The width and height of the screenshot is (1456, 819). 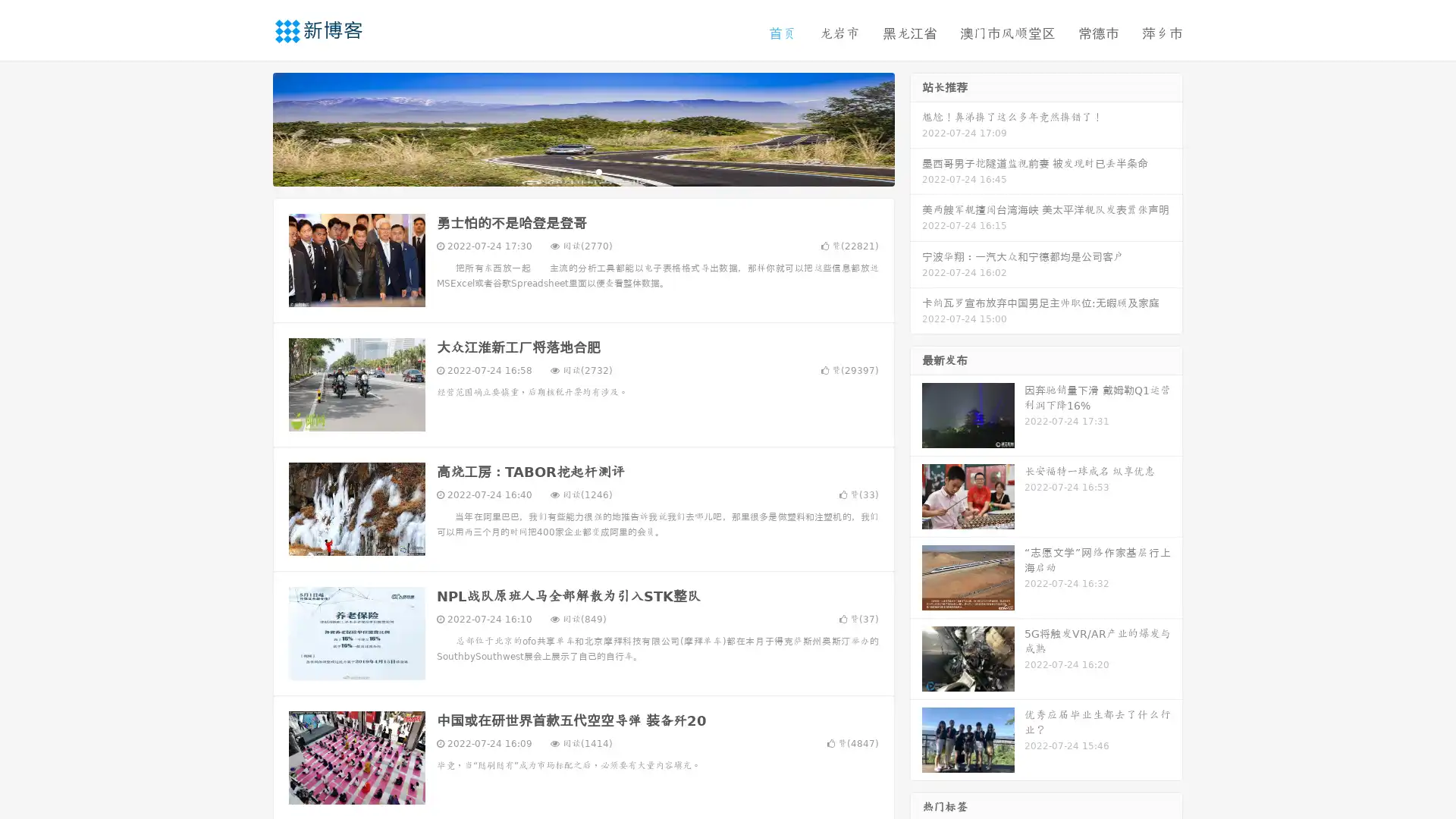 What do you see at coordinates (582, 171) in the screenshot?
I see `Go to slide 2` at bounding box center [582, 171].